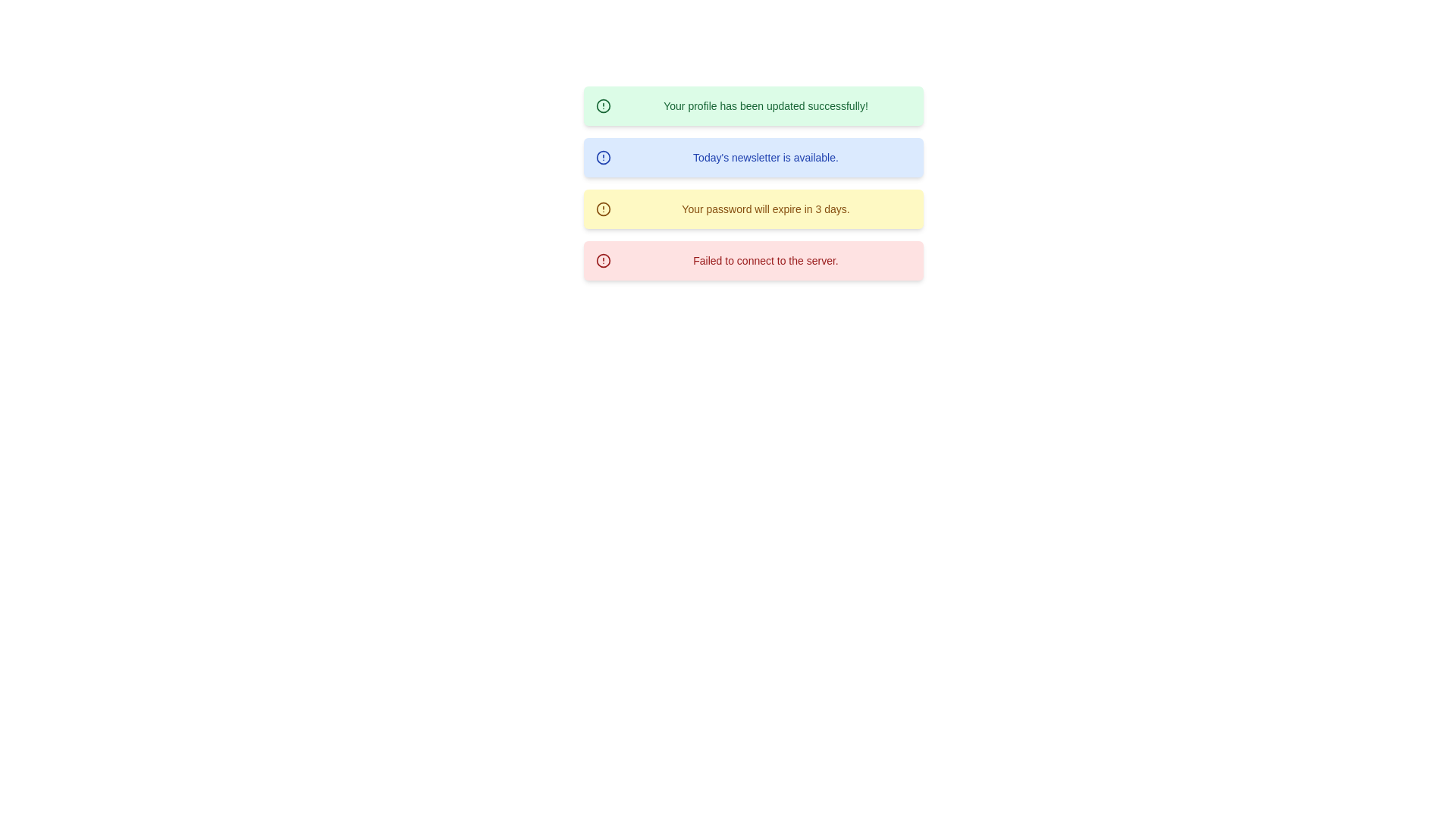  I want to click on the circular graphical component representing a warning or alert, located on the left side of the red message block indicating an error, so click(603, 259).